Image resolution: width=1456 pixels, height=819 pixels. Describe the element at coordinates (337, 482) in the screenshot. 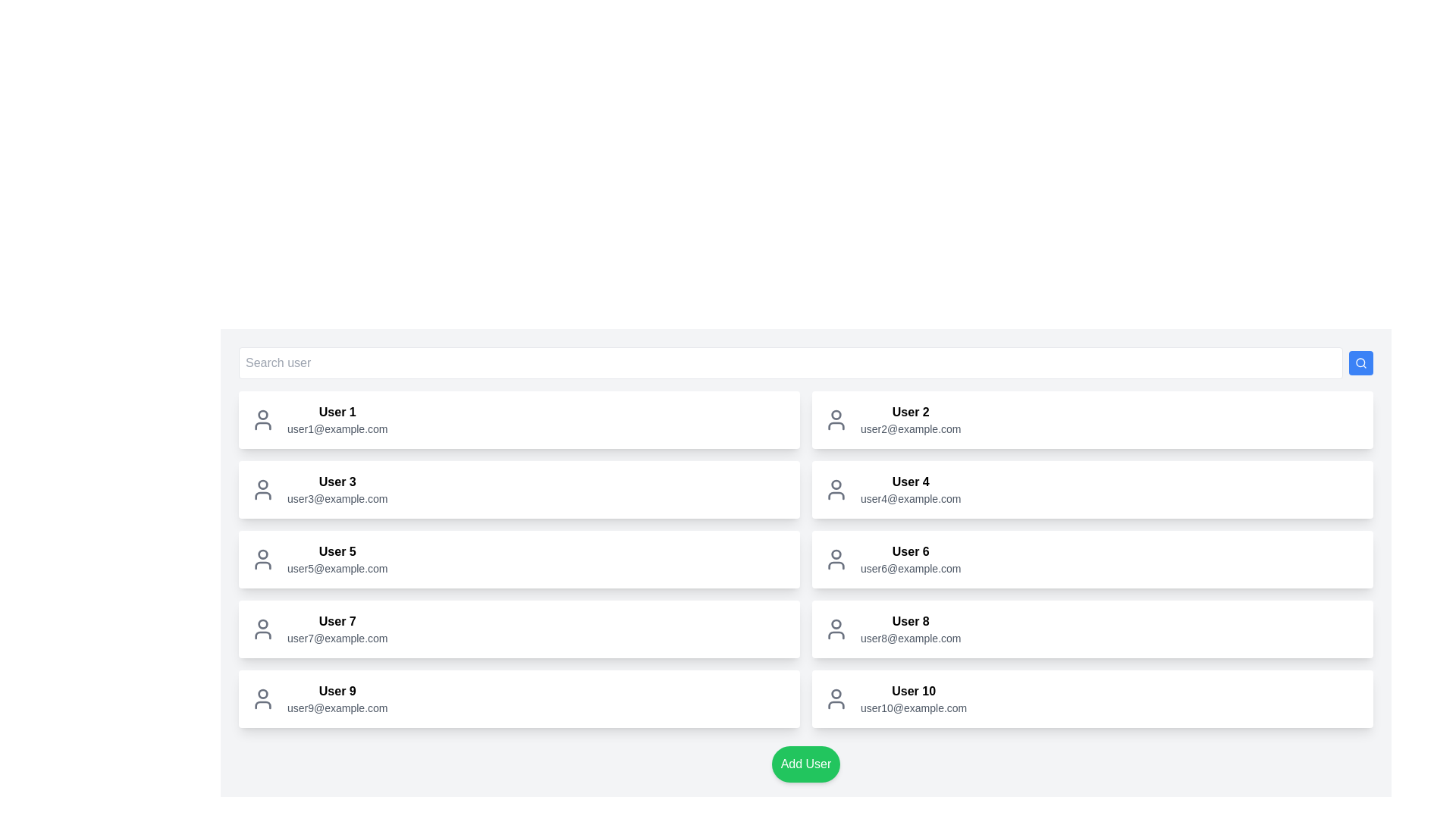

I see `the text label identifying the user as 'User 3' in the user listing interface` at that location.